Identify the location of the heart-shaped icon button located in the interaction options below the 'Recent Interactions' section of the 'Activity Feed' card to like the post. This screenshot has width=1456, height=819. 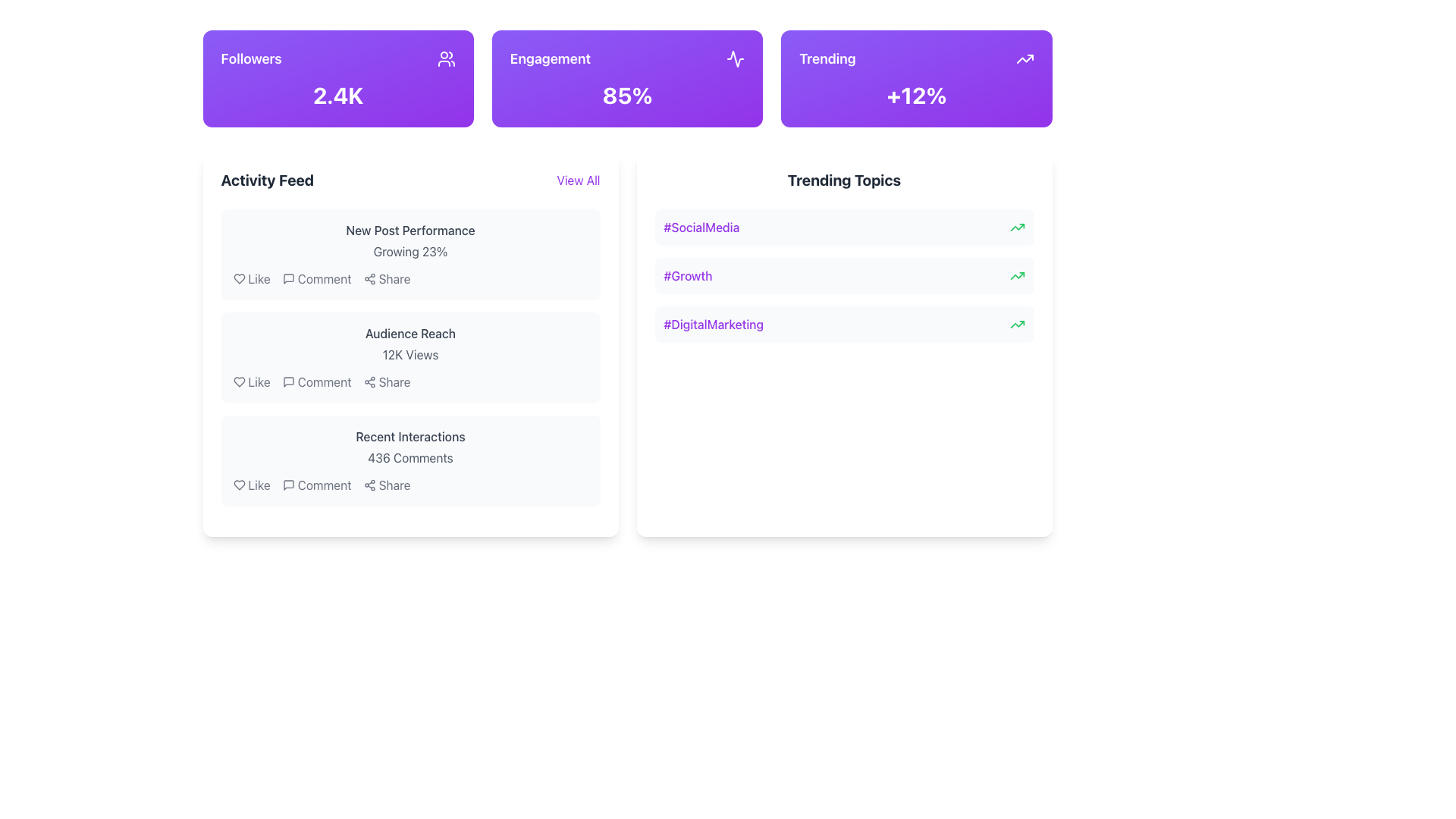
(238, 485).